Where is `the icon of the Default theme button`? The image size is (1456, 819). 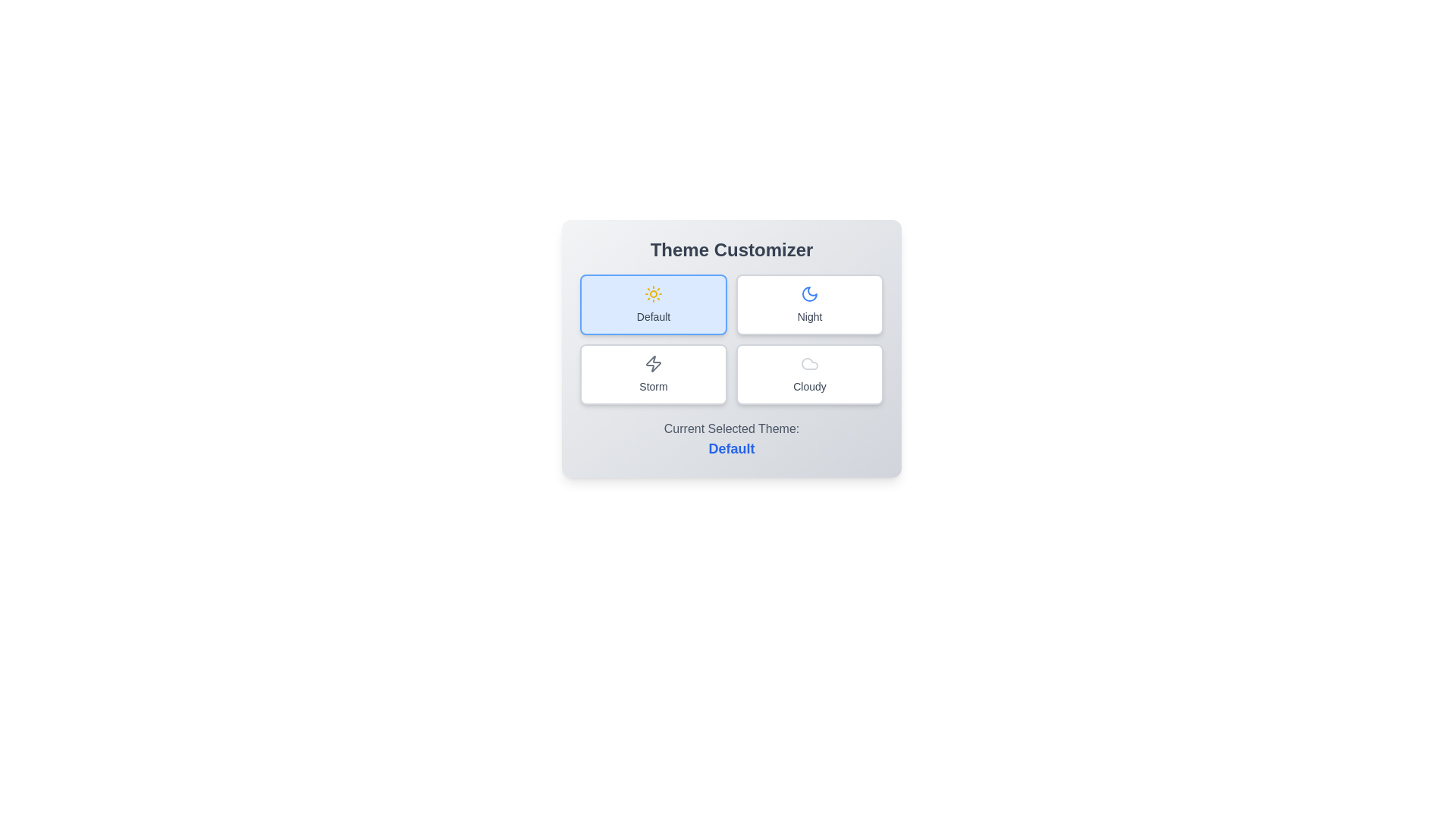 the icon of the Default theme button is located at coordinates (654, 294).